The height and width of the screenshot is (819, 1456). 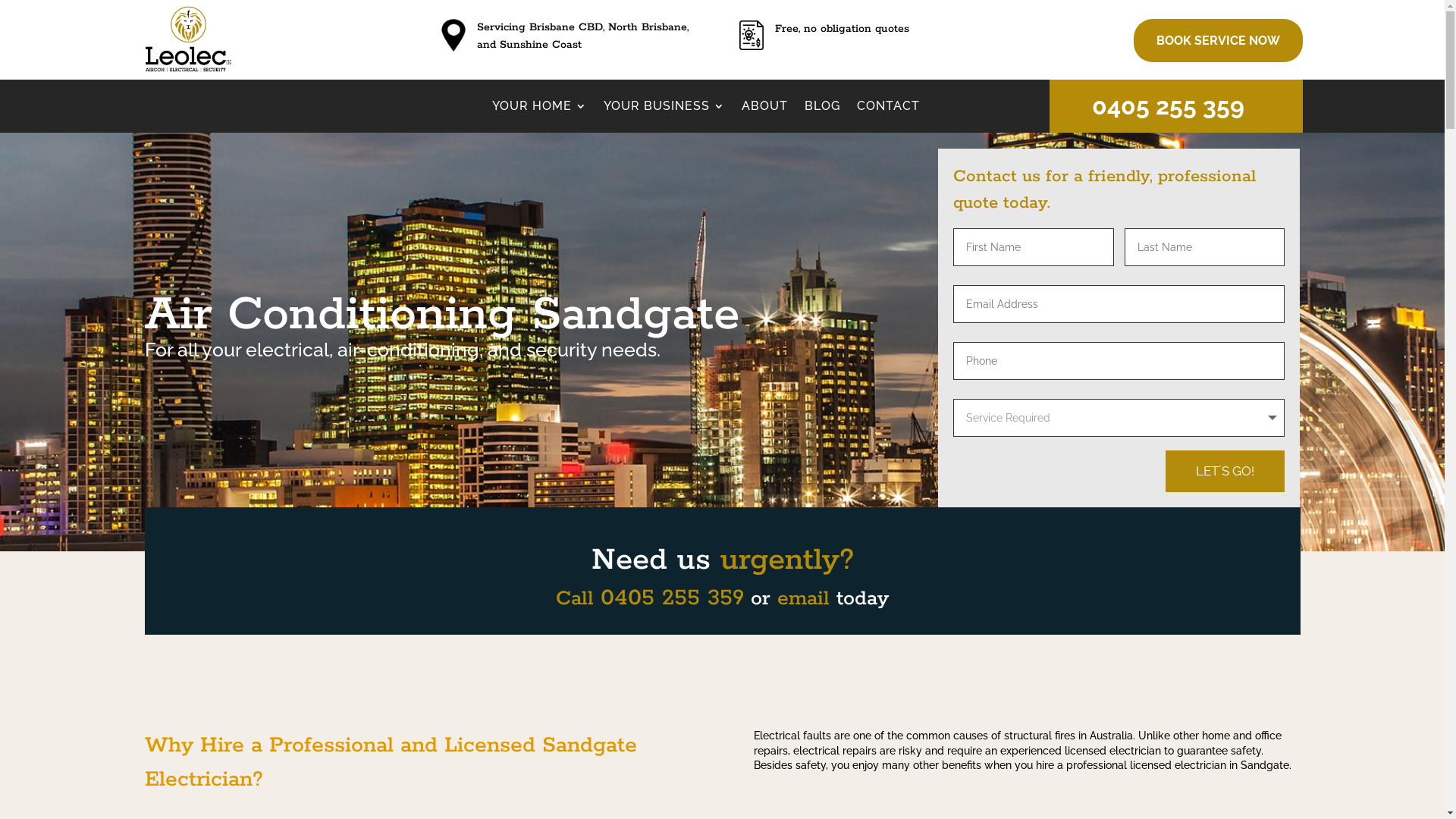 I want to click on 'ABOUT', so click(x=764, y=108).